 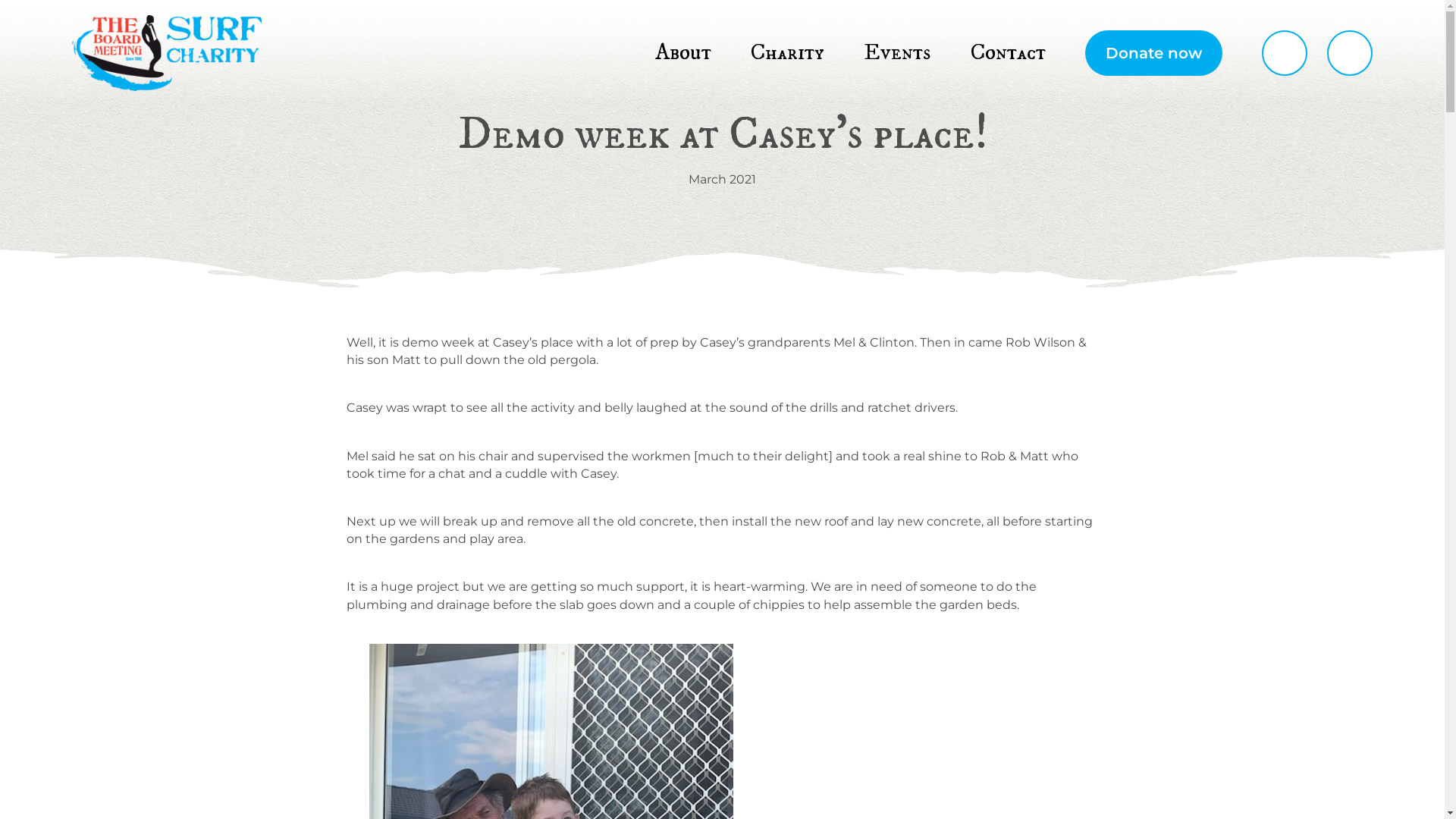 What do you see at coordinates (897, 52) in the screenshot?
I see `'Events'` at bounding box center [897, 52].